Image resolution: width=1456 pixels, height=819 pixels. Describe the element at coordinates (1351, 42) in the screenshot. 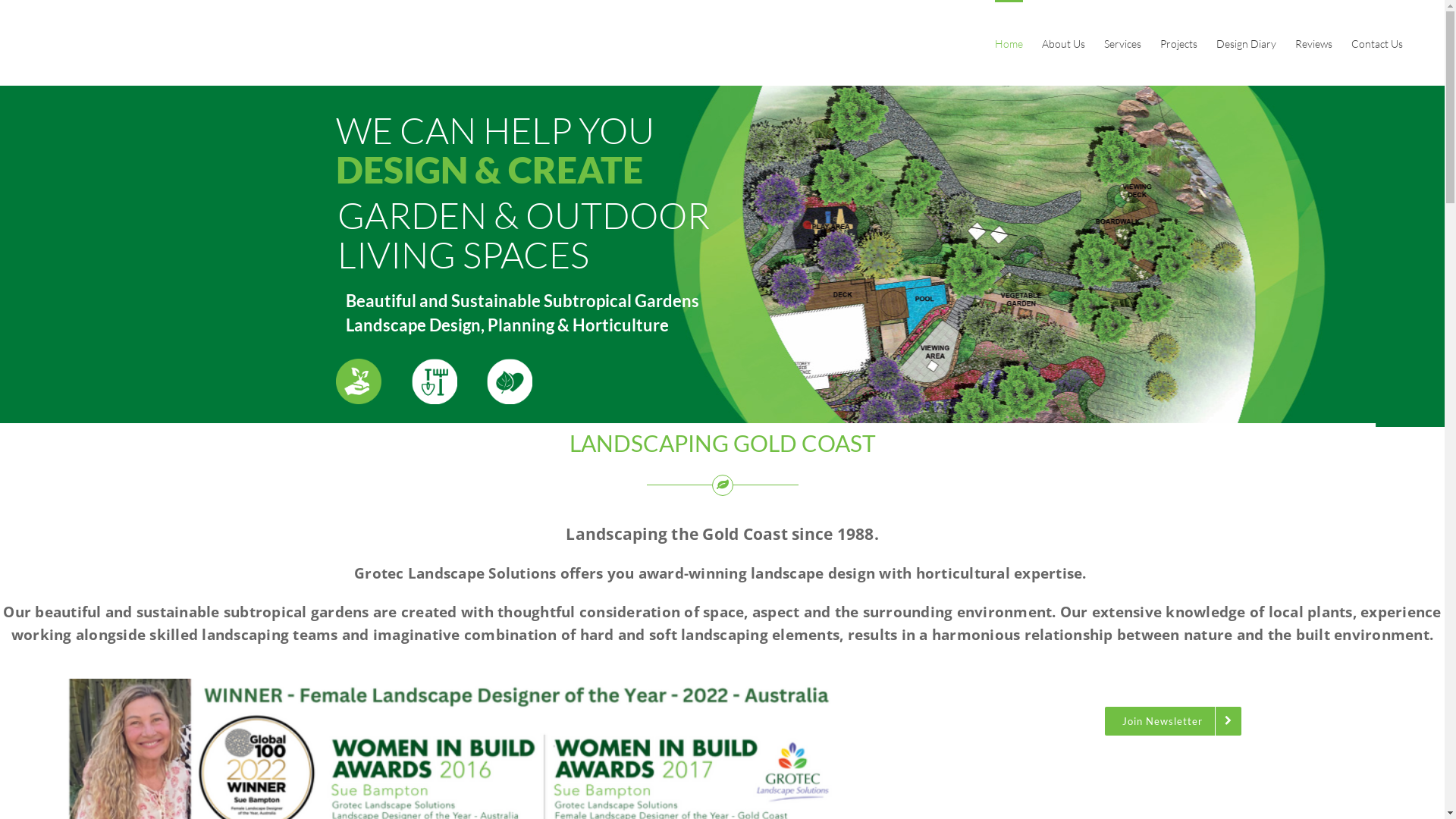

I see `'Contact Us'` at that location.